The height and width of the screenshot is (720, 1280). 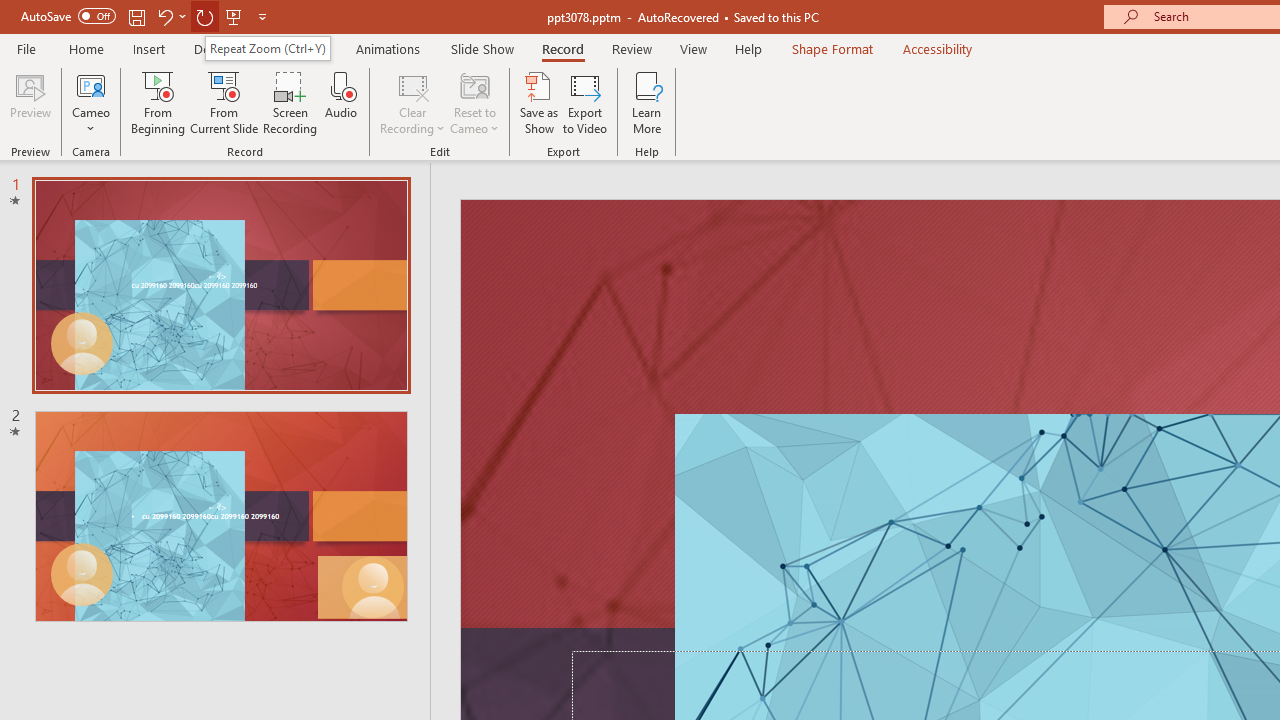 I want to click on 'Learn More', so click(x=647, y=103).